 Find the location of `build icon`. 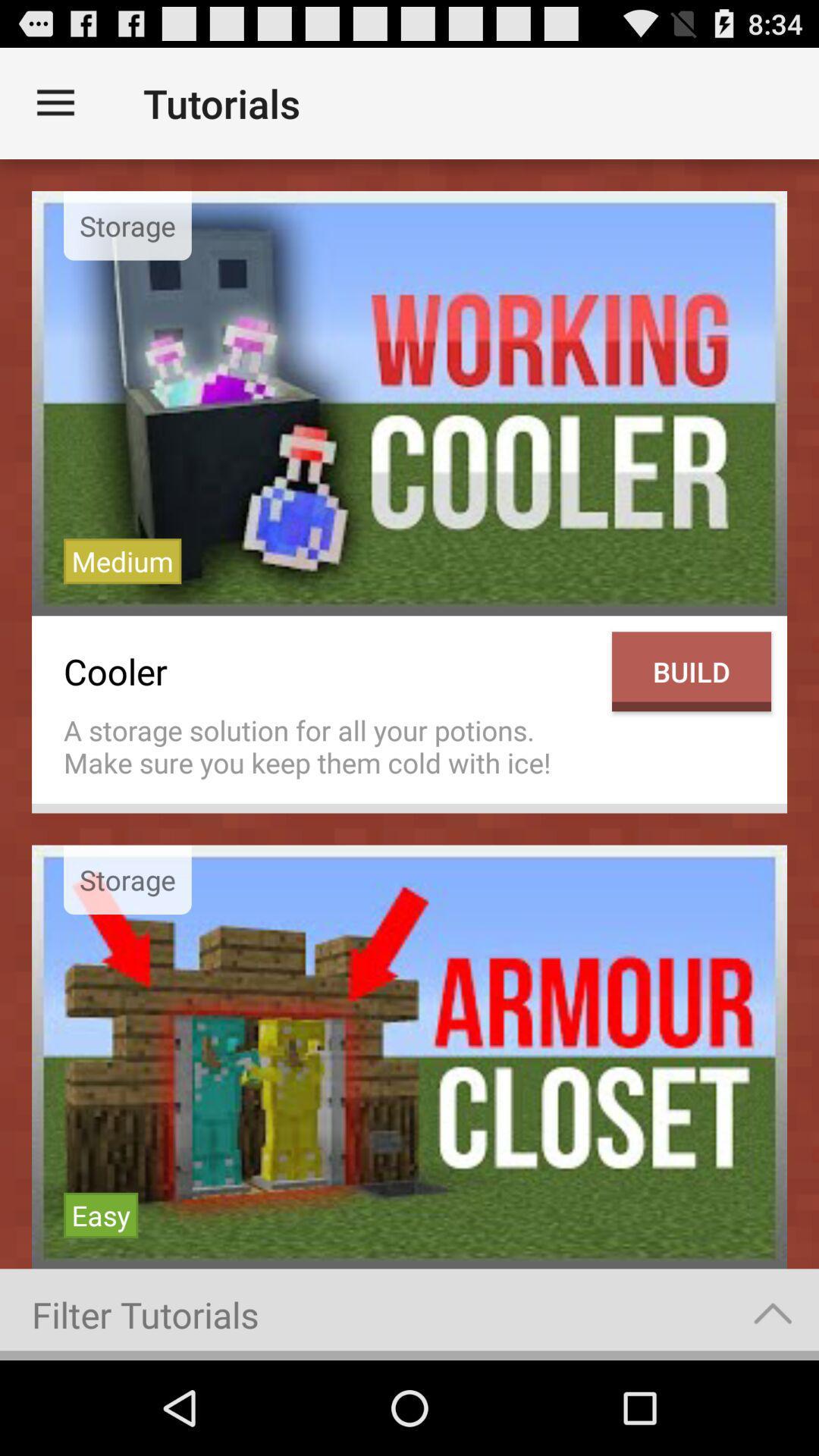

build icon is located at coordinates (691, 670).